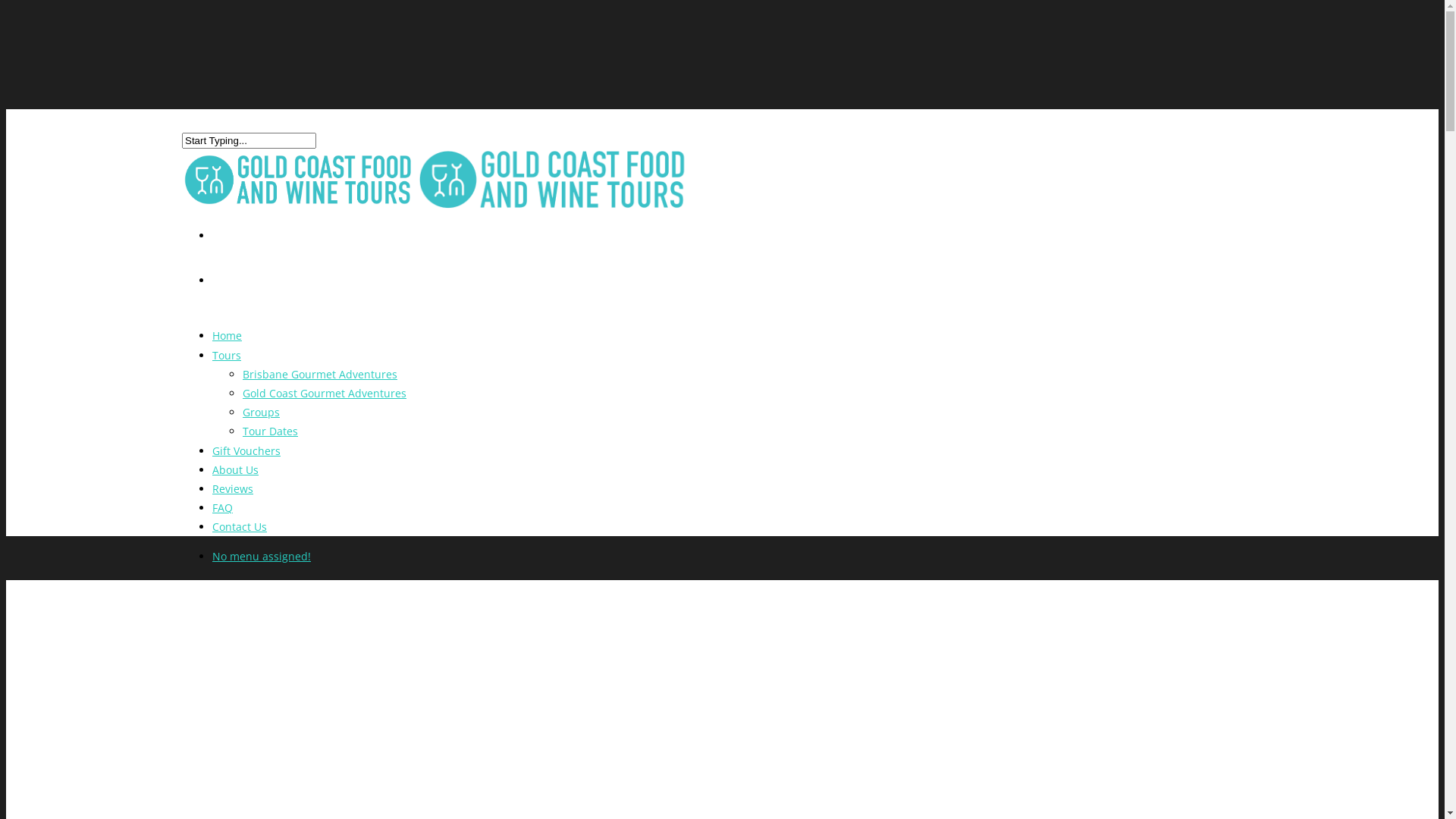  Describe the element at coordinates (319, 374) in the screenshot. I see `'Brisbane Gourmet Adventures'` at that location.